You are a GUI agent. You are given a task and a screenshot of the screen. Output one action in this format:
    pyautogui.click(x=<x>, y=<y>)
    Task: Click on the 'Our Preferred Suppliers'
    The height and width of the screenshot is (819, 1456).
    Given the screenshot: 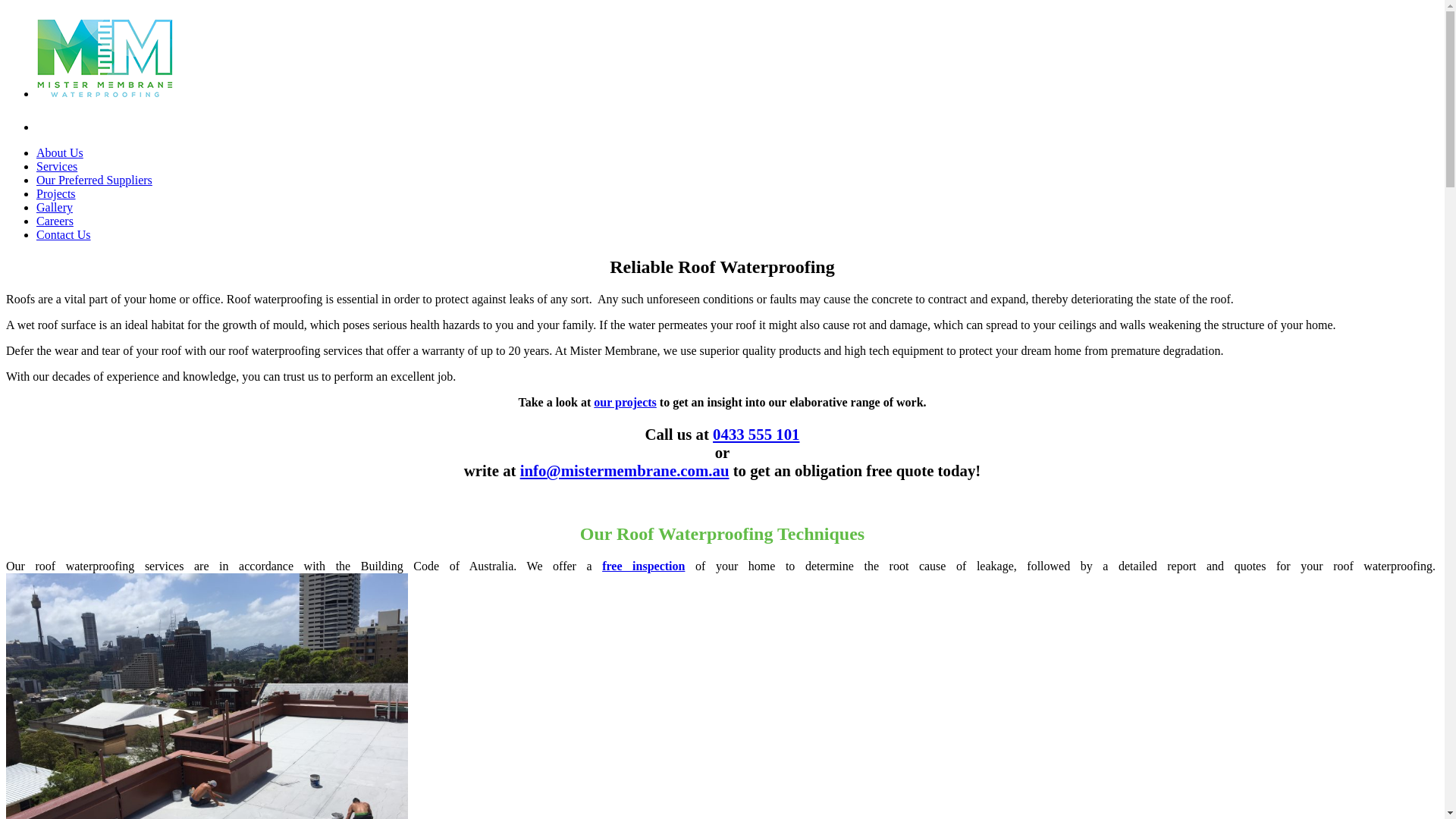 What is the action you would take?
    pyautogui.click(x=93, y=179)
    